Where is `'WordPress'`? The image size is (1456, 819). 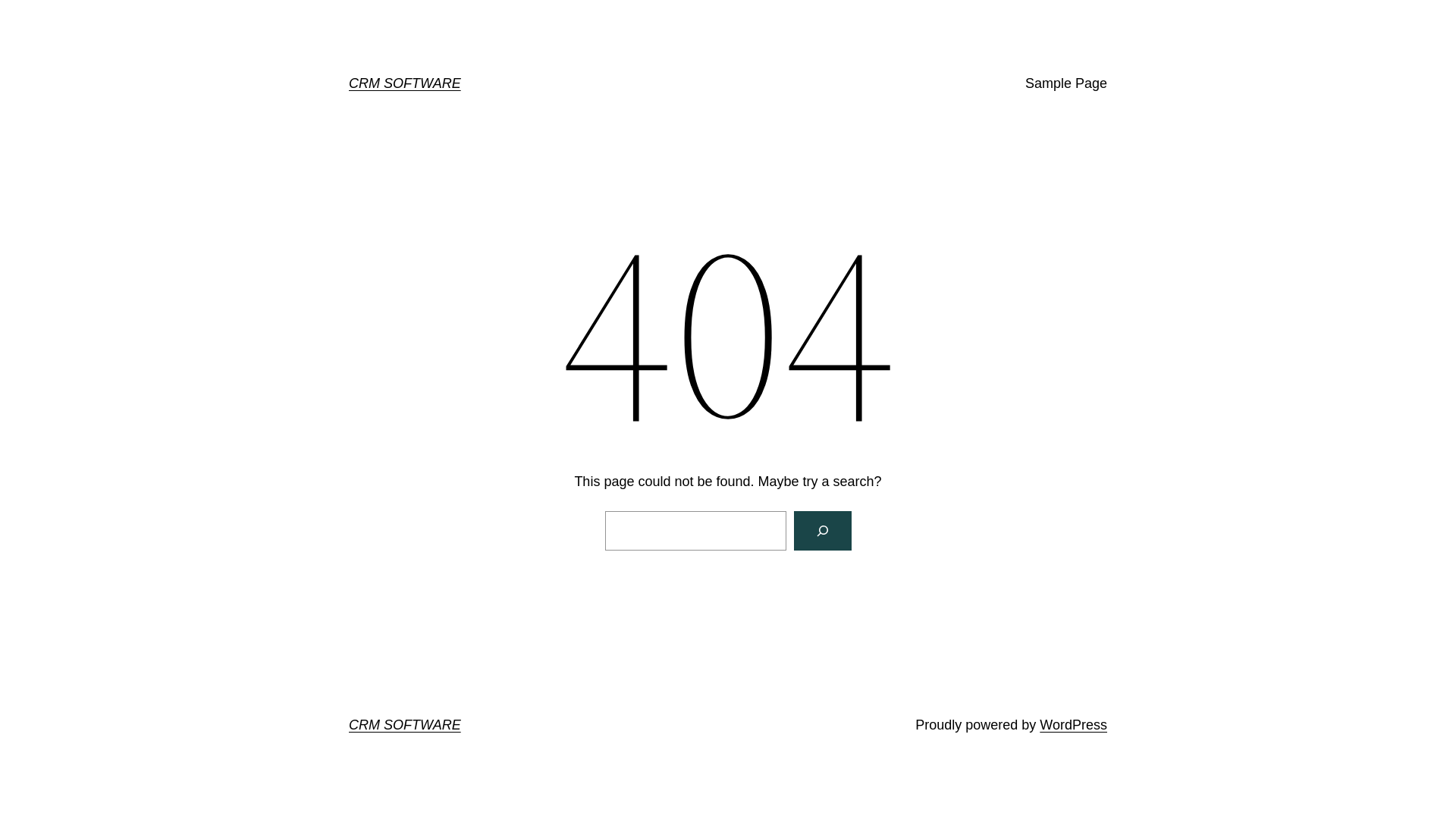 'WordPress' is located at coordinates (1072, 724).